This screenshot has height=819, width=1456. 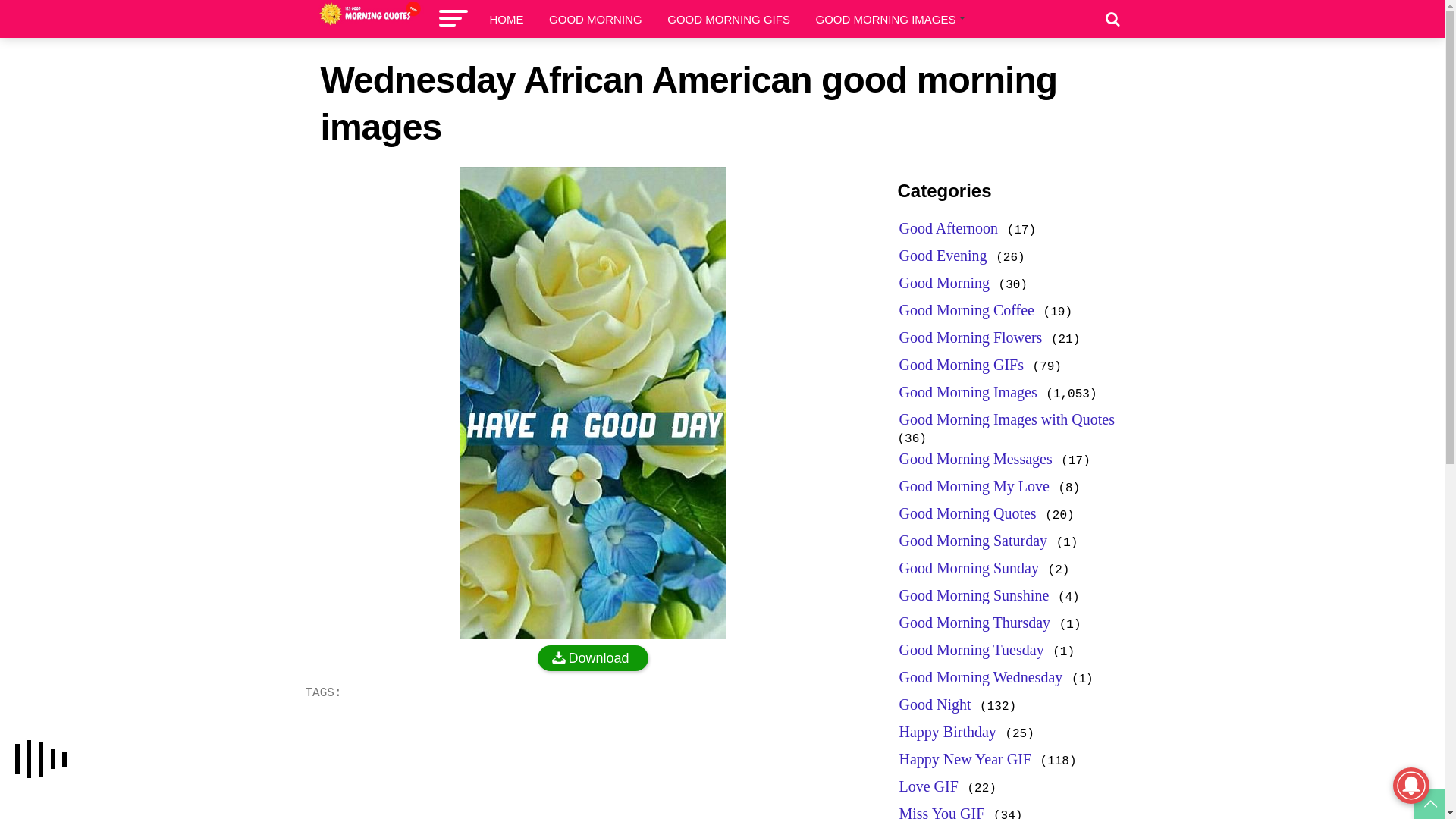 I want to click on 'Good Morning Thursday', so click(x=975, y=623).